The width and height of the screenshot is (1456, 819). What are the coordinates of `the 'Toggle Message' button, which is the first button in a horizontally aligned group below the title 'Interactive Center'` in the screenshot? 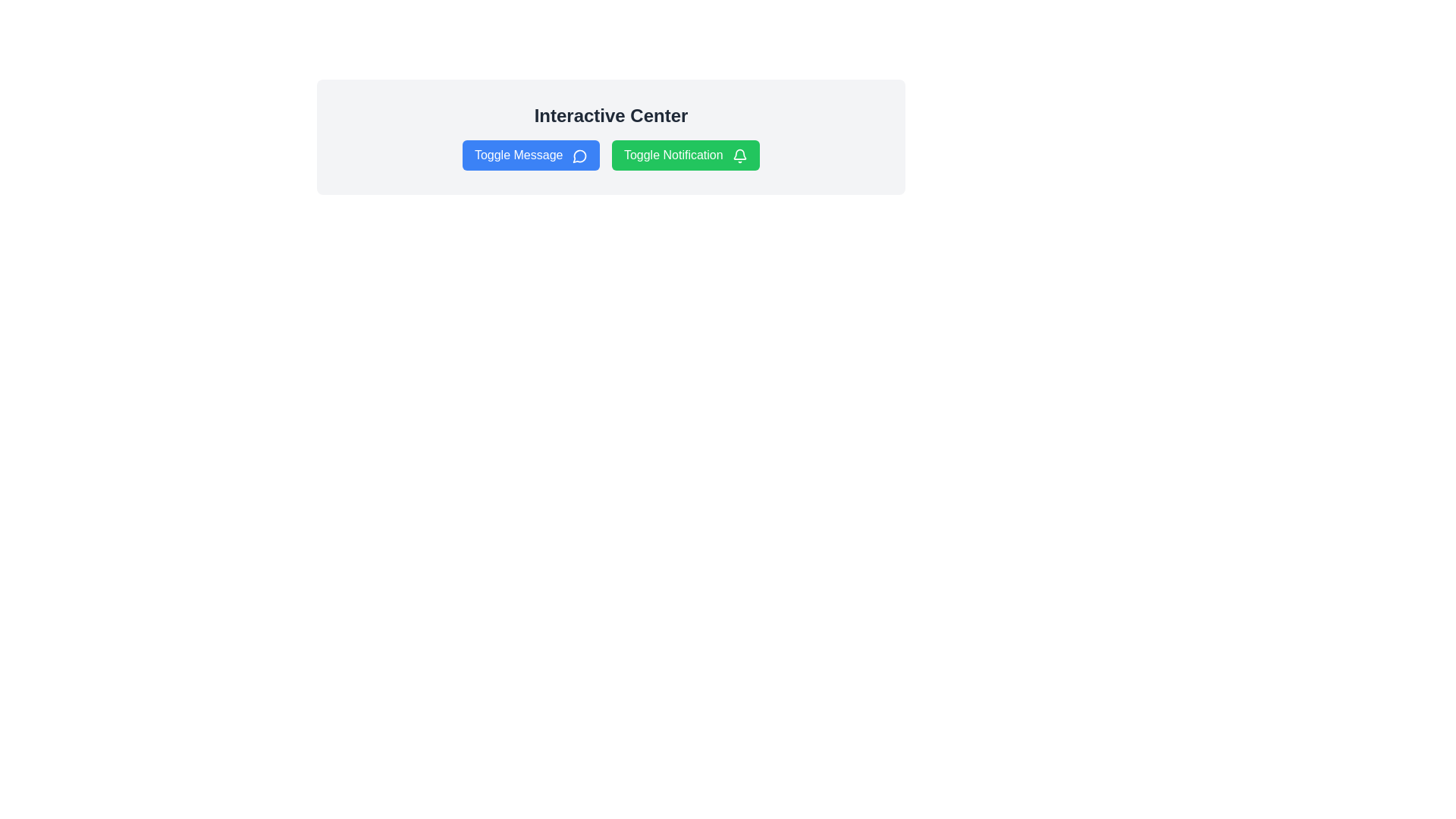 It's located at (531, 155).